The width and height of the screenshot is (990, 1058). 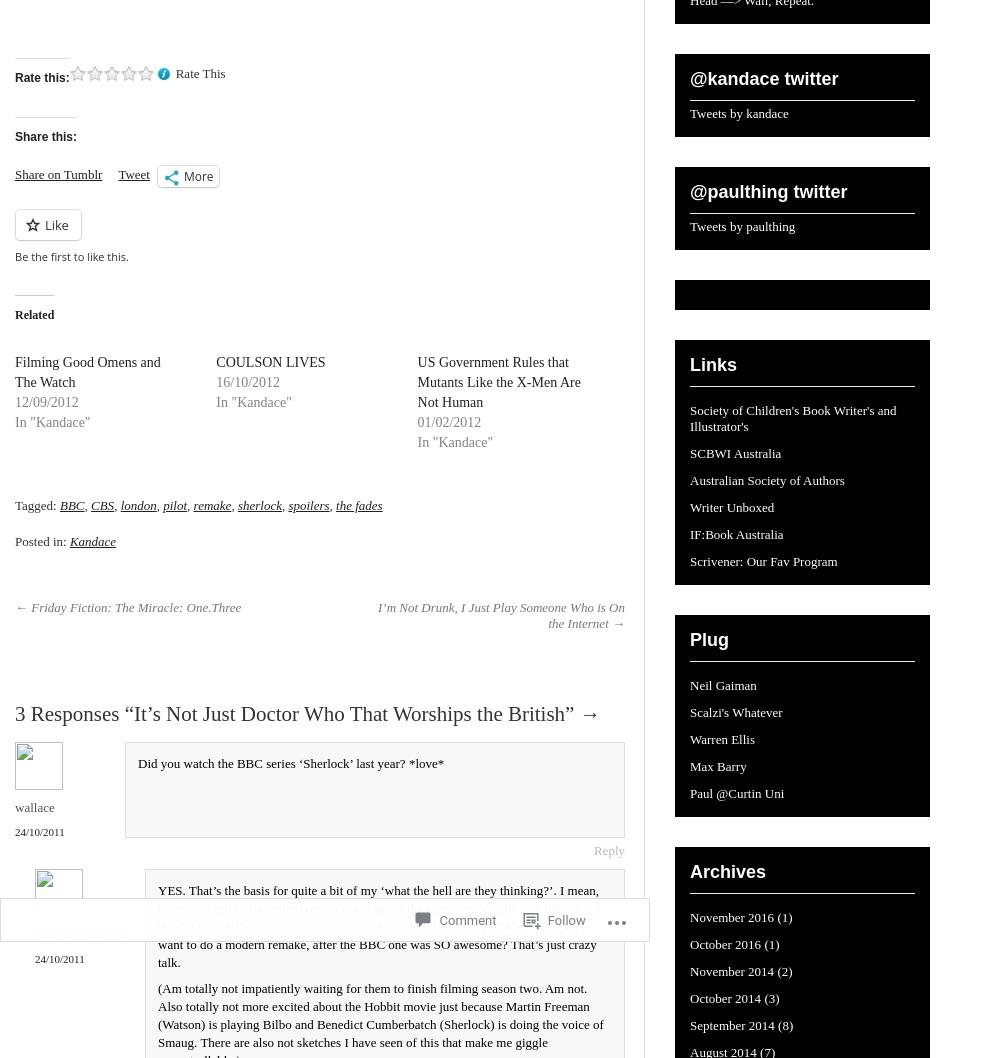 What do you see at coordinates (727, 870) in the screenshot?
I see `'Archives'` at bounding box center [727, 870].